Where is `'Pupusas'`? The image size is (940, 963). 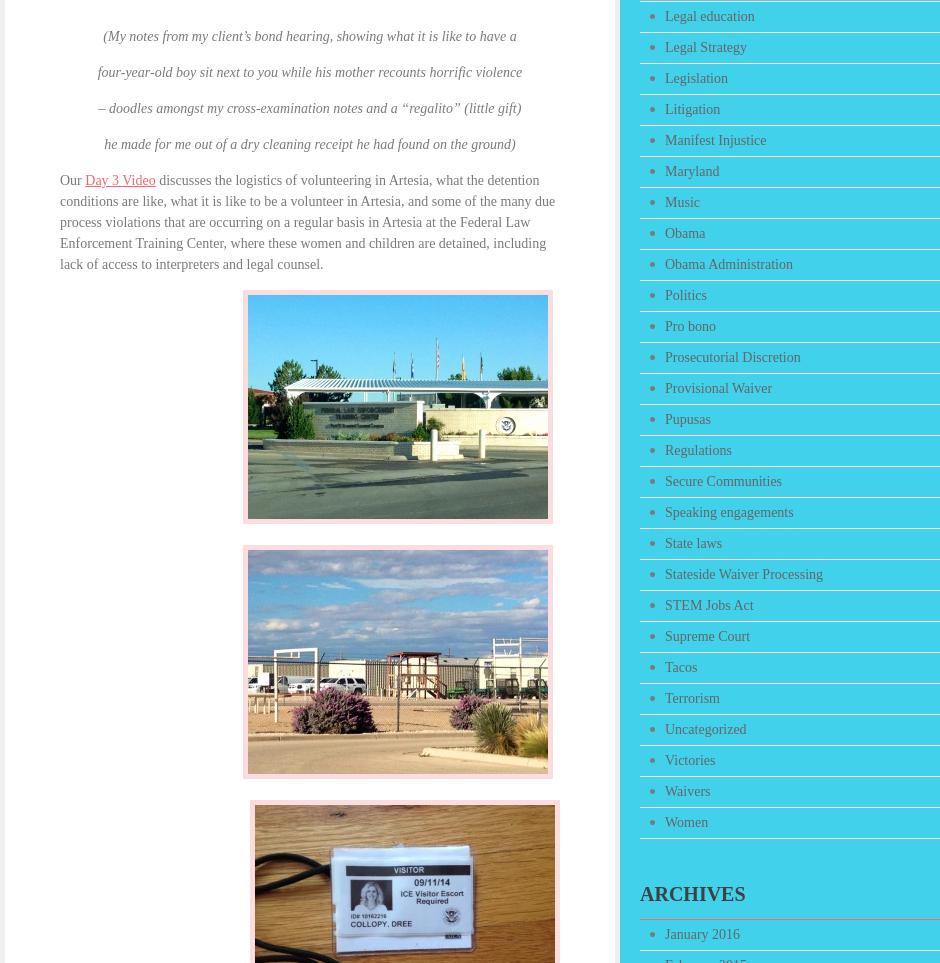
'Pupusas' is located at coordinates (686, 419).